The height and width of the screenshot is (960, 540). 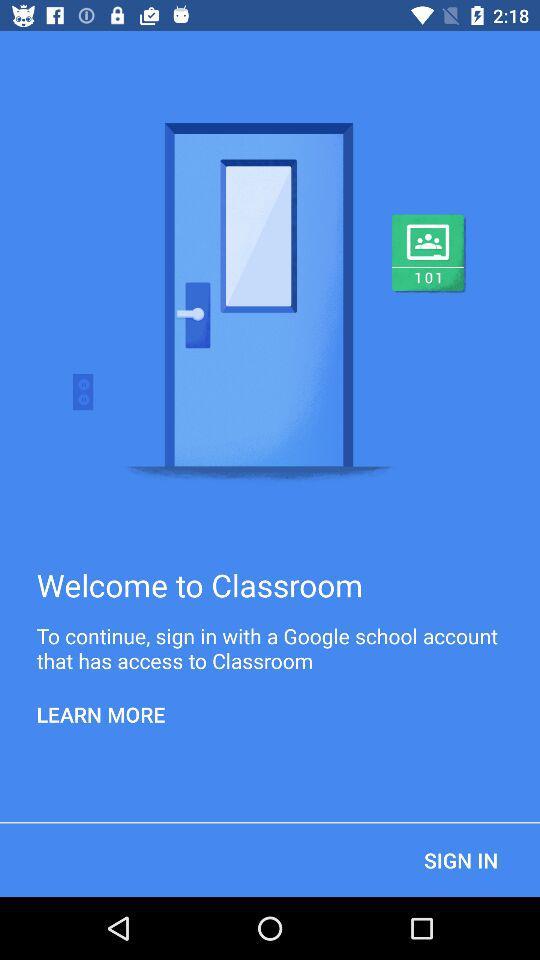 I want to click on icon below the to continue sign item, so click(x=100, y=714).